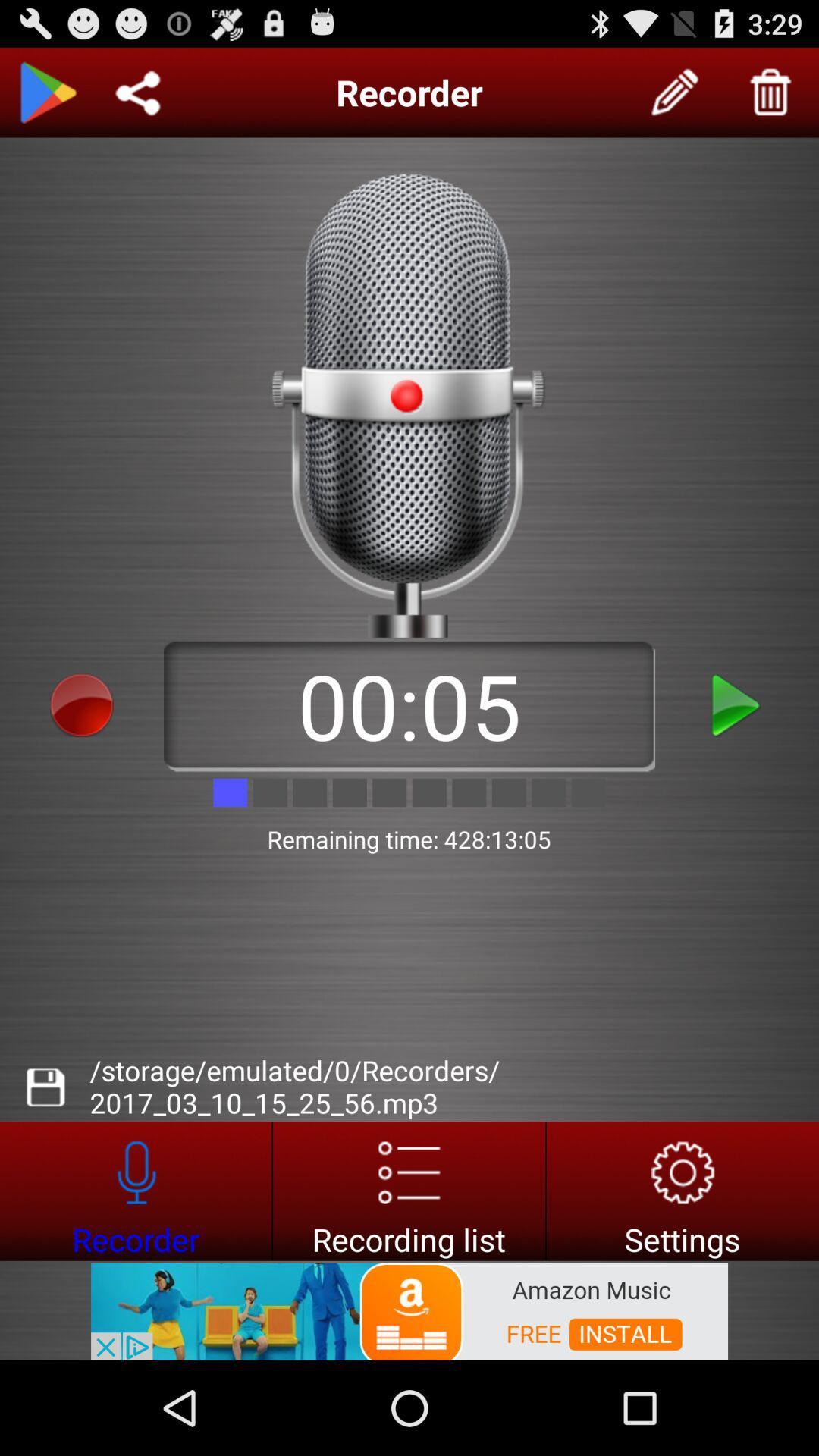  Describe the element at coordinates (736, 704) in the screenshot. I see `this record` at that location.